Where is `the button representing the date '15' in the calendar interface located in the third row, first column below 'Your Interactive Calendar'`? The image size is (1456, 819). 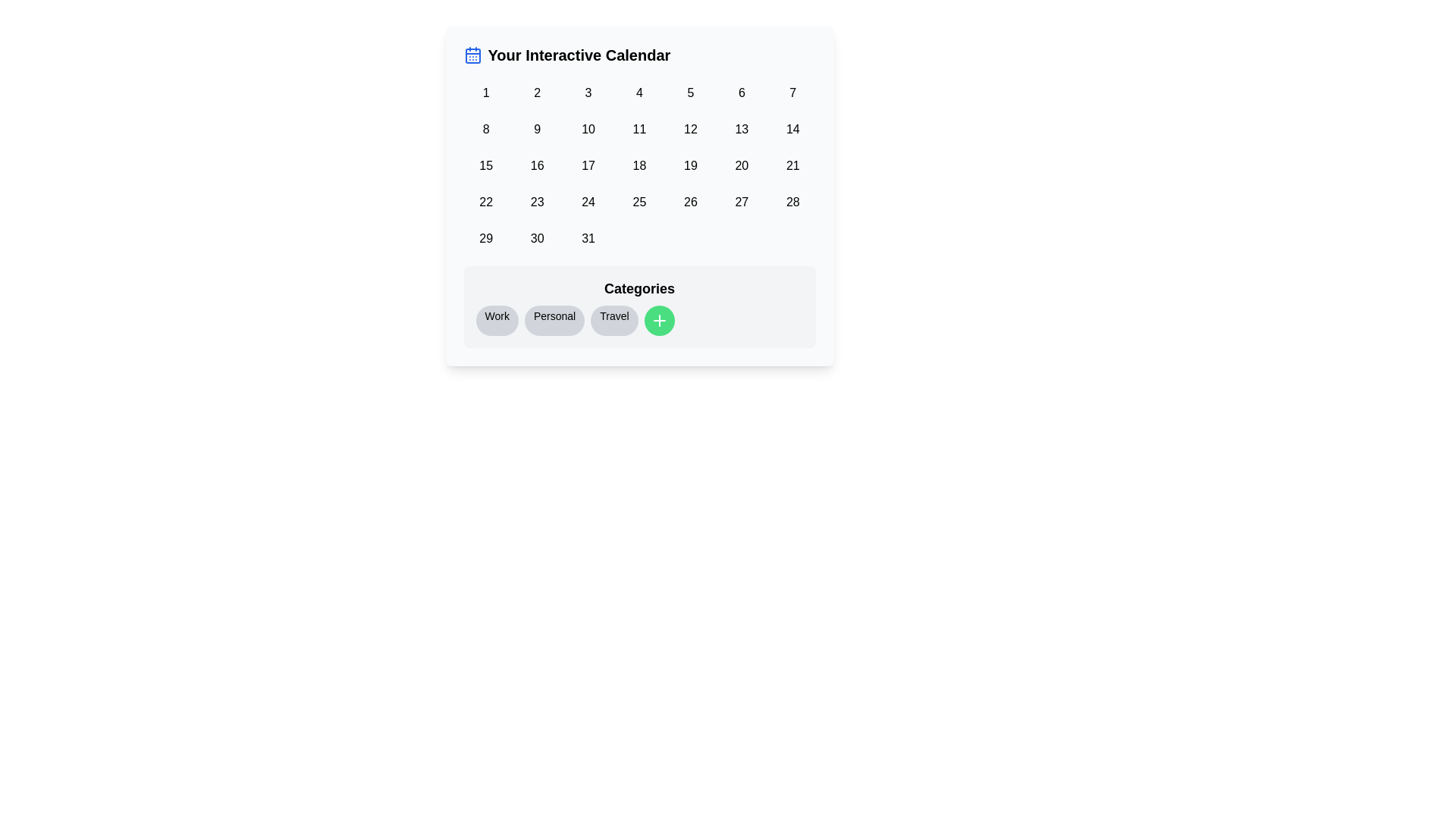
the button representing the date '15' in the calendar interface located in the third row, first column below 'Your Interactive Calendar' is located at coordinates (486, 166).